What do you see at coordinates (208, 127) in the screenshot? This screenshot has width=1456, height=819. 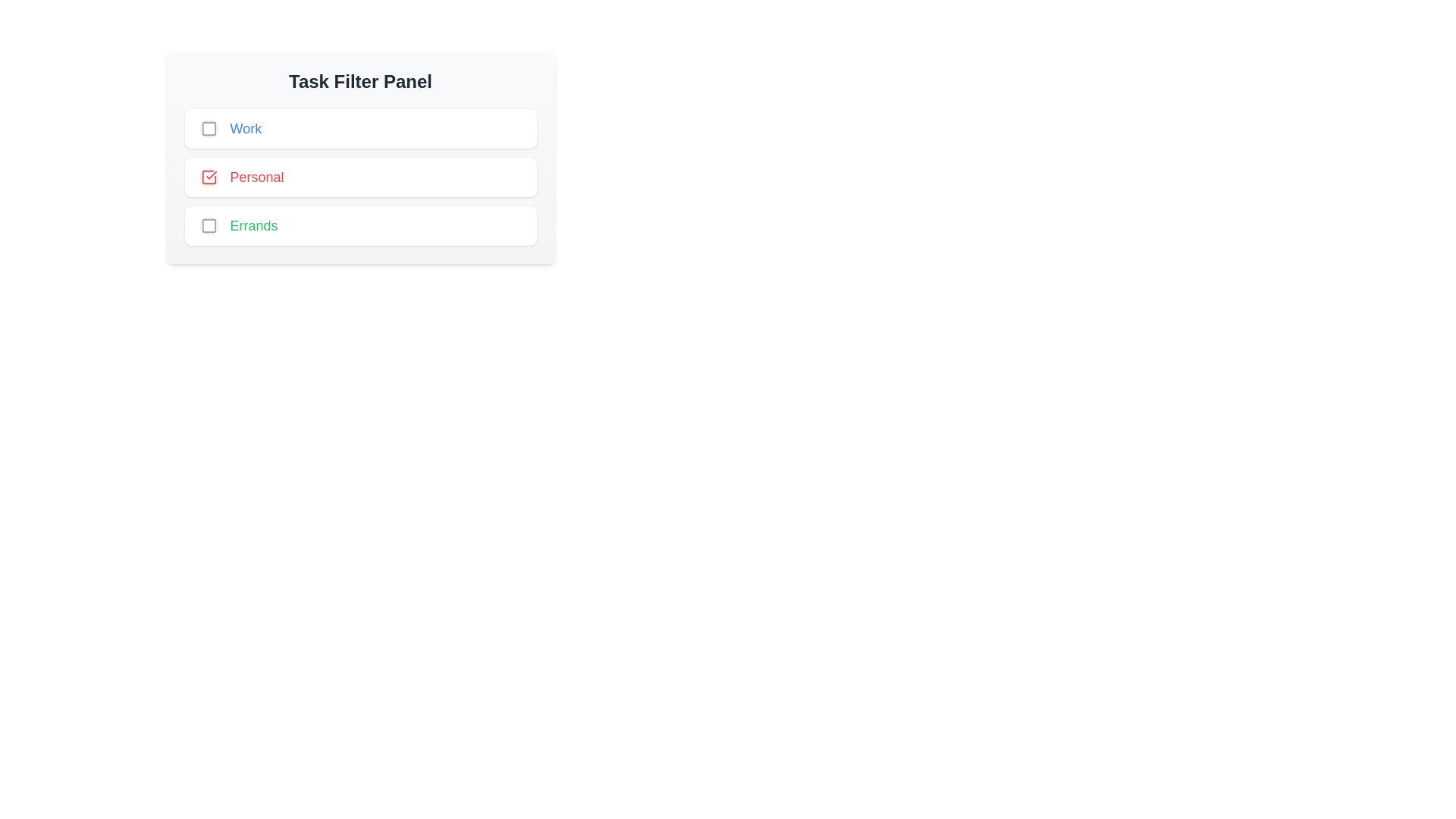 I see `the small square icon with a rounded border located within the first option of the task filter panel labeled 'Work', positioned towards the top-left of the panel` at bounding box center [208, 127].